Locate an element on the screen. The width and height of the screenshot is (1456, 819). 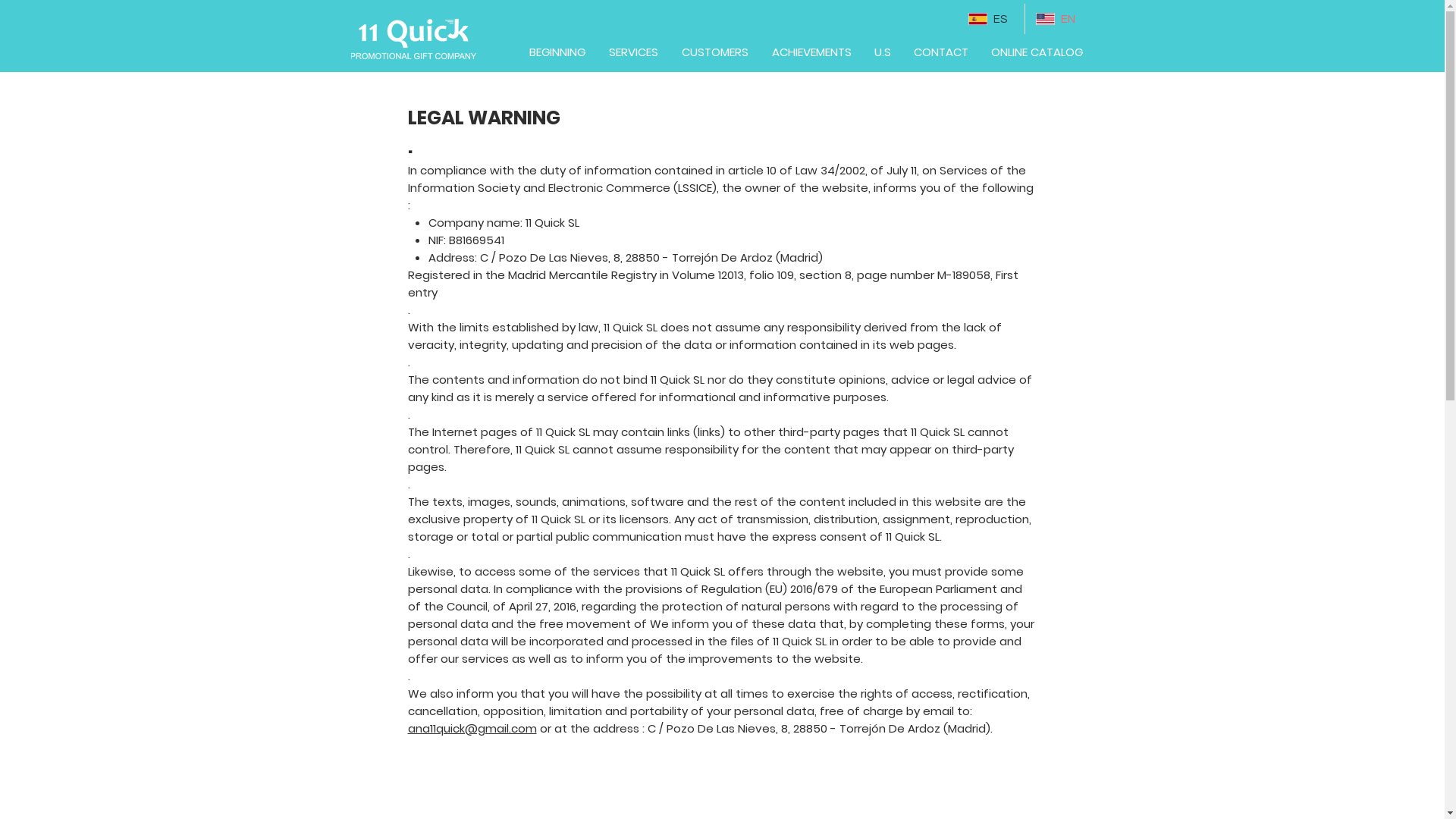
'ACHIEVEMENTS' is located at coordinates (760, 52).